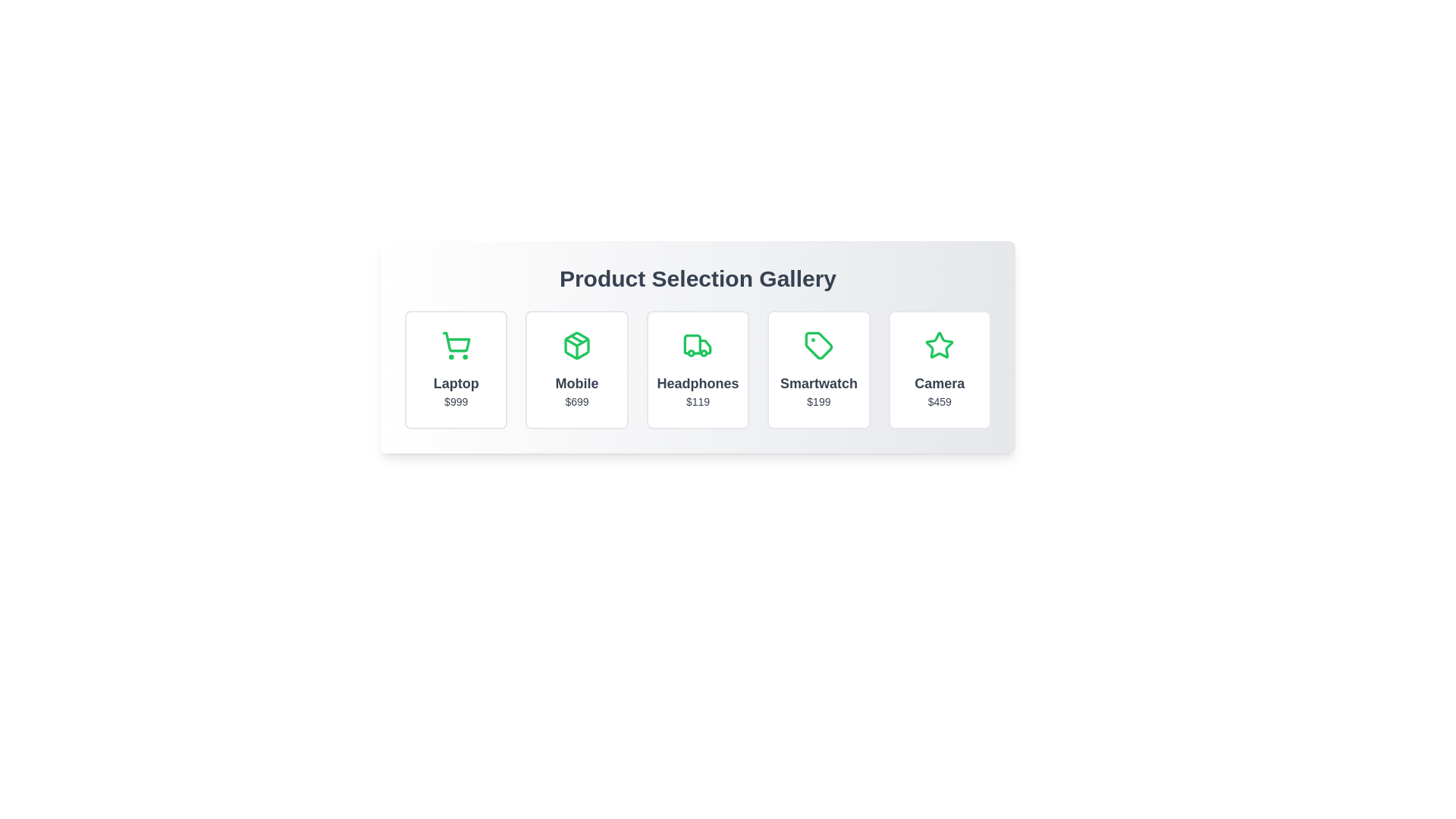 Image resolution: width=1456 pixels, height=819 pixels. What do you see at coordinates (939, 391) in the screenshot?
I see `text content of the product display area labeled 'Camera', located in the bottom section of the product card on the far right of the product grid, below a green star icon` at bounding box center [939, 391].